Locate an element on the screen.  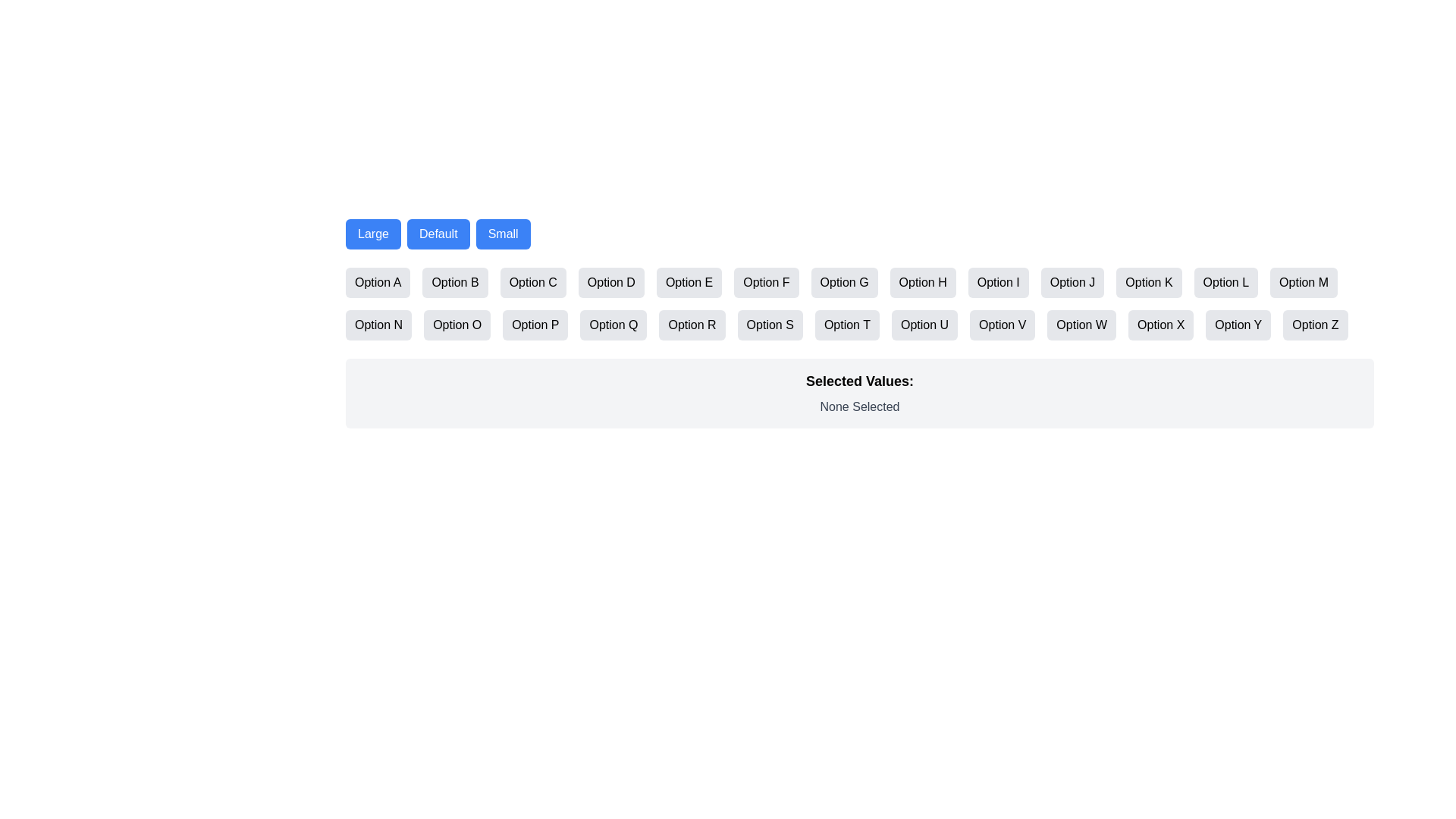
the button labeled 'Option G', which is displayed in black sans-serif font within a light gray rounded rectangle is located at coordinates (843, 283).